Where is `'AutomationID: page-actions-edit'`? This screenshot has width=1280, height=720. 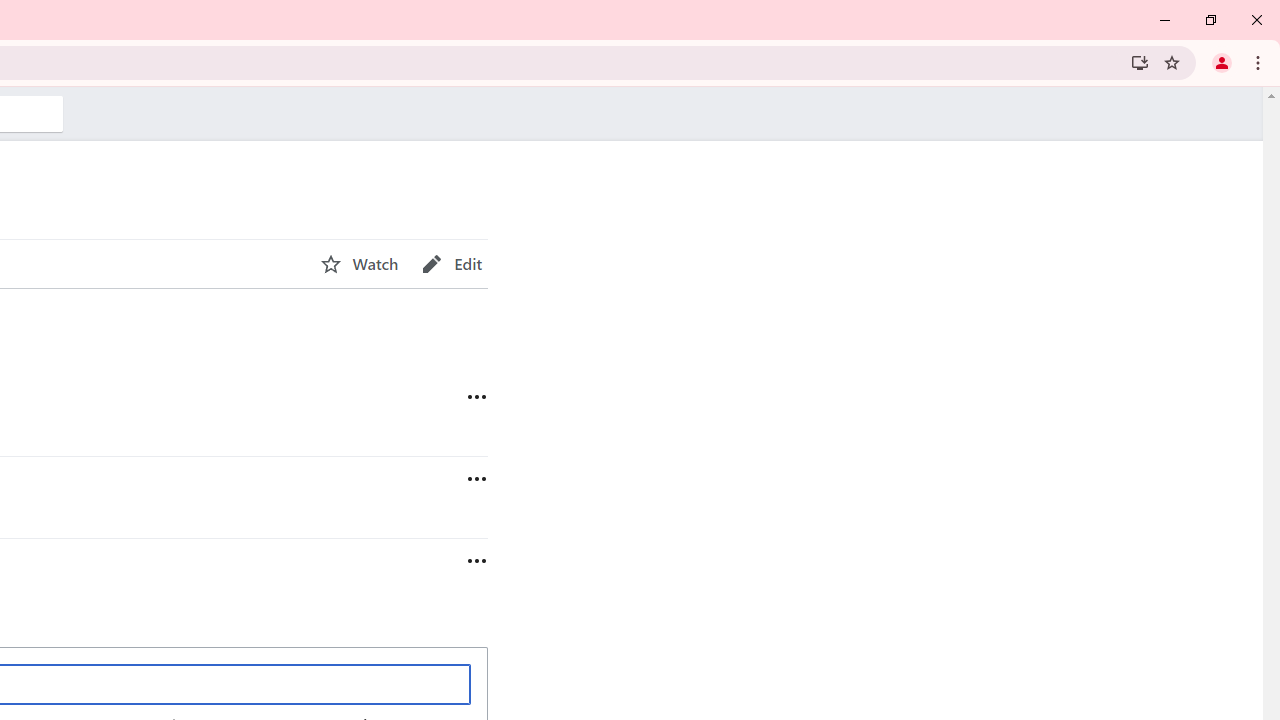 'AutomationID: page-actions-edit' is located at coordinates (451, 263).